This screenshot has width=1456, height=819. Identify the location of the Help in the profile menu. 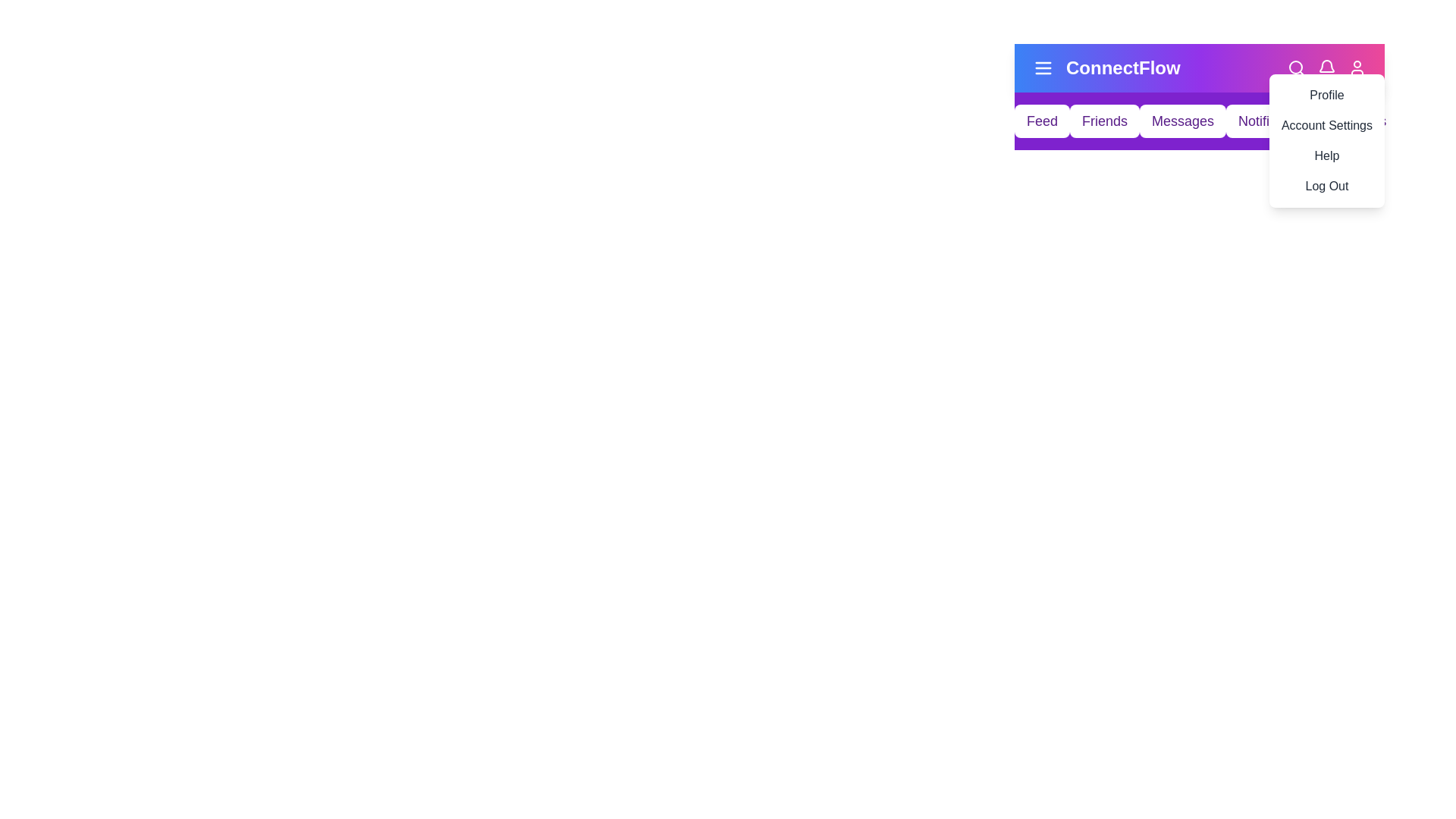
(1325, 155).